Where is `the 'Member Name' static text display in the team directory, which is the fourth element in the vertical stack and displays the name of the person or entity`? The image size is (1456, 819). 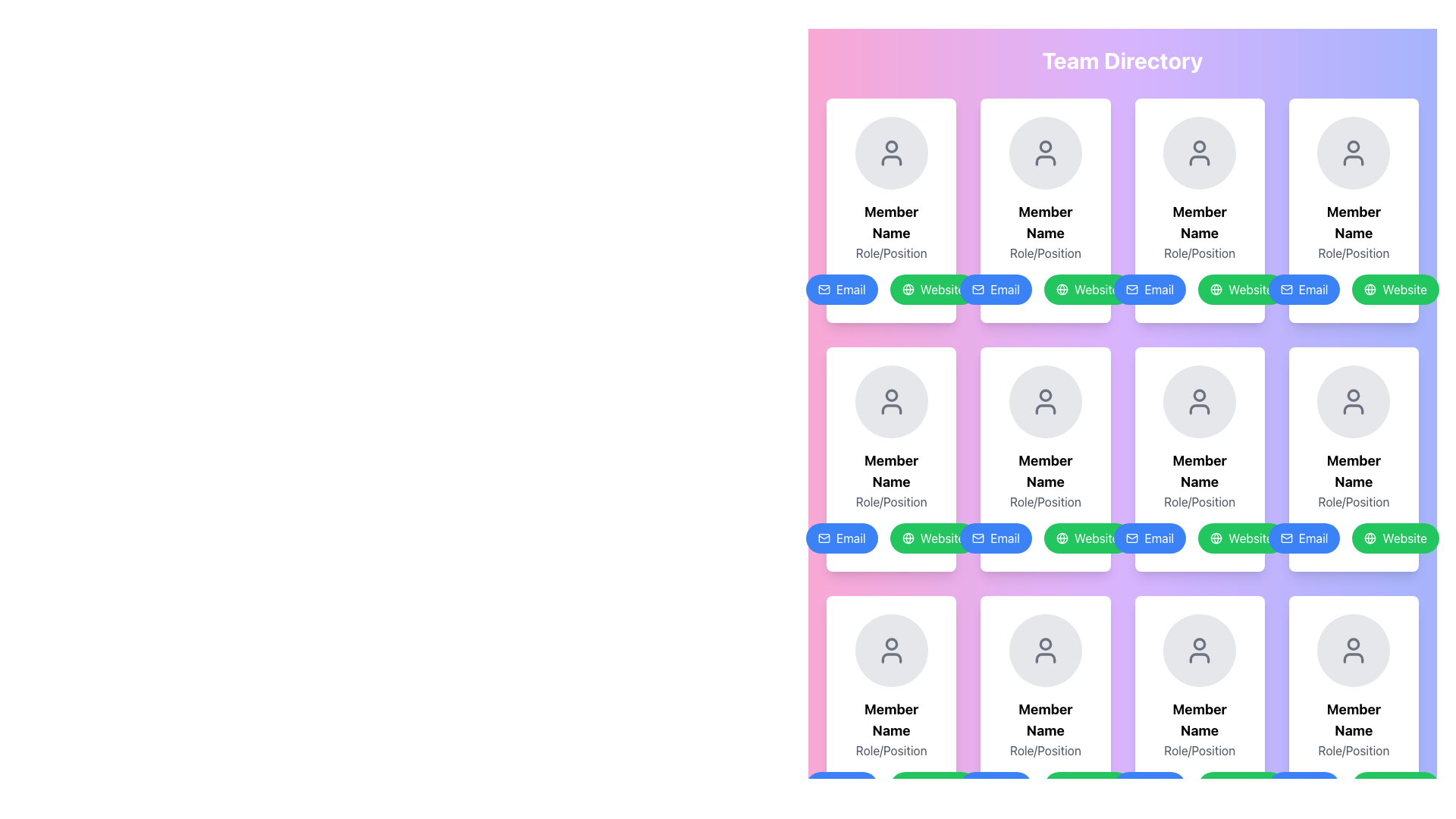 the 'Member Name' static text display in the team directory, which is the fourth element in the vertical stack and displays the name of the person or entity is located at coordinates (1199, 470).